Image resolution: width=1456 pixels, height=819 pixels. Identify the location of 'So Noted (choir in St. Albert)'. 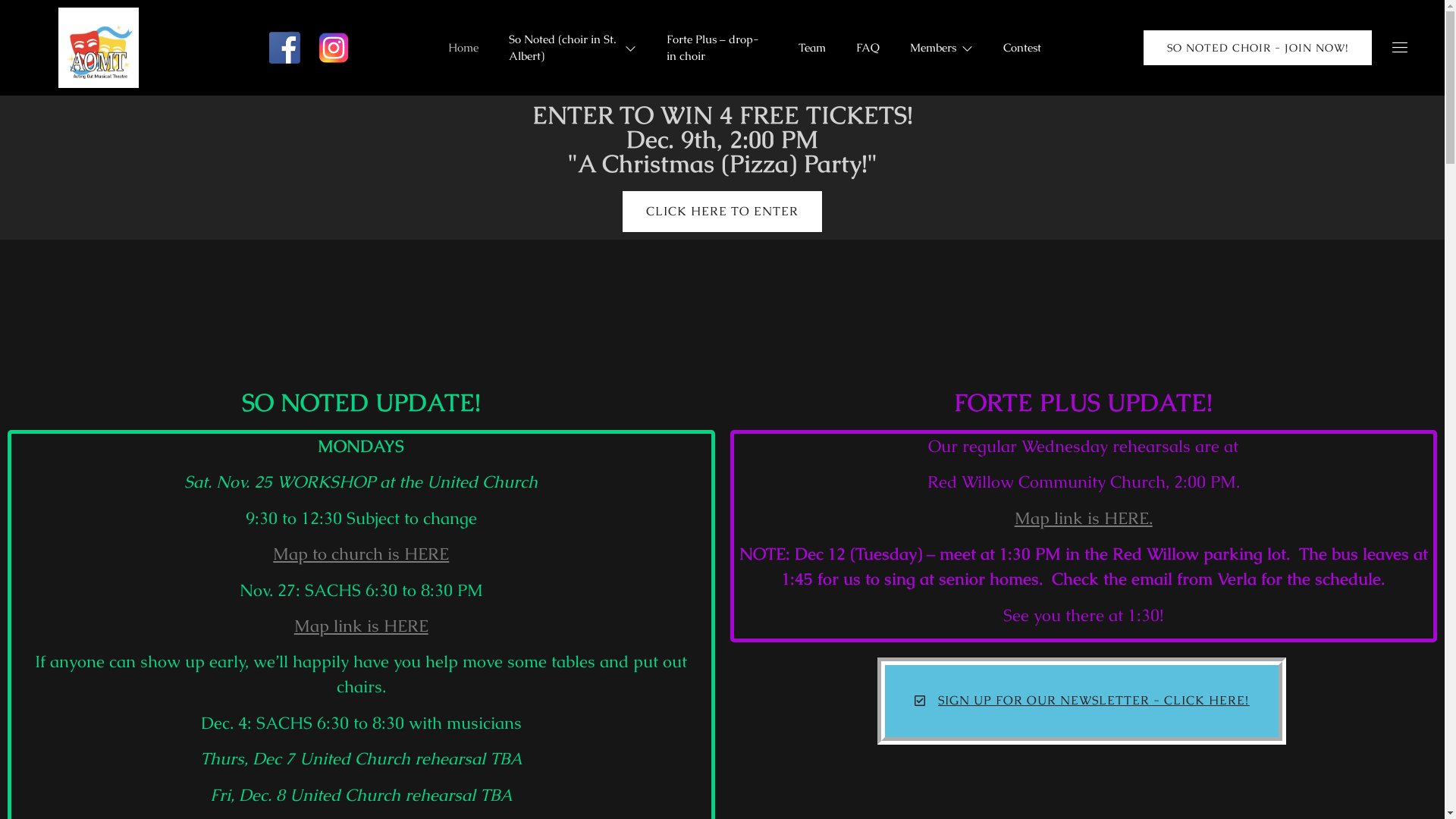
(571, 46).